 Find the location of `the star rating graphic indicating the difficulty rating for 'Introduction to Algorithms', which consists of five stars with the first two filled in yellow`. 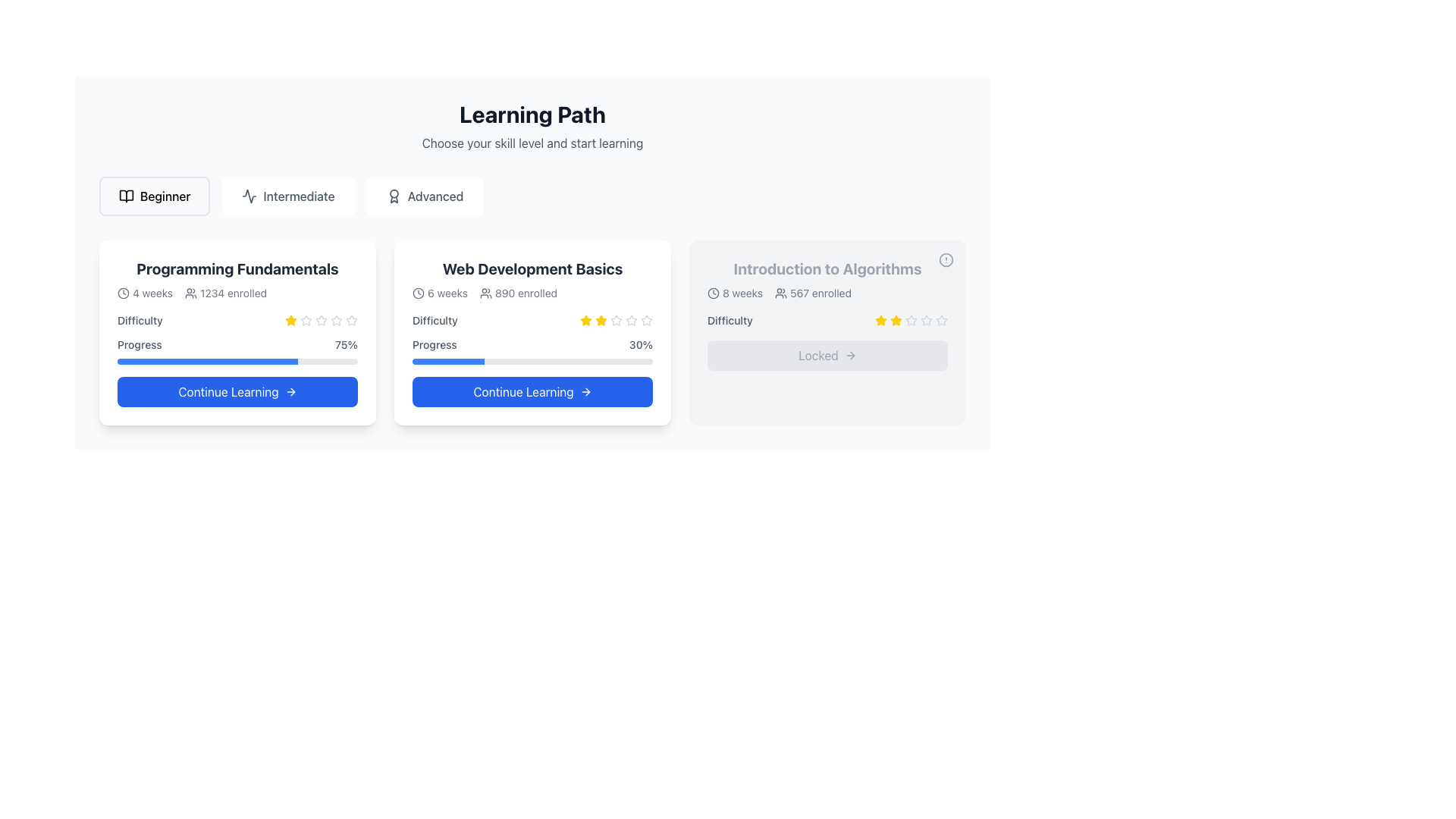

the star rating graphic indicating the difficulty rating for 'Introduction to Algorithms', which consists of five stars with the first two filled in yellow is located at coordinates (910, 320).